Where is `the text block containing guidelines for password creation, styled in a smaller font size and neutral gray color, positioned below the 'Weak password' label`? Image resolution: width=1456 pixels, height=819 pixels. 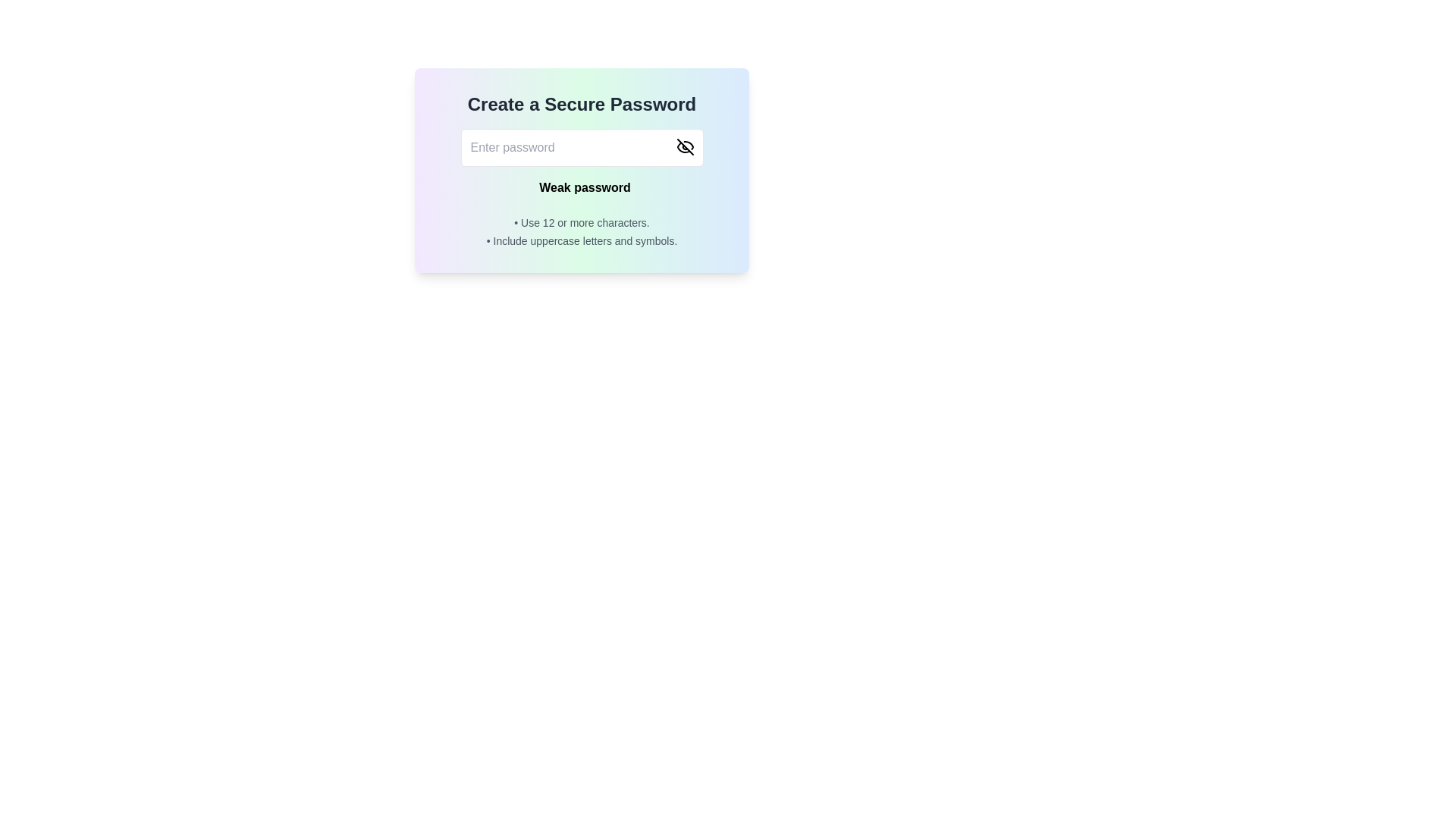 the text block containing guidelines for password creation, styled in a smaller font size and neutral gray color, positioned below the 'Weak password' label is located at coordinates (581, 231).